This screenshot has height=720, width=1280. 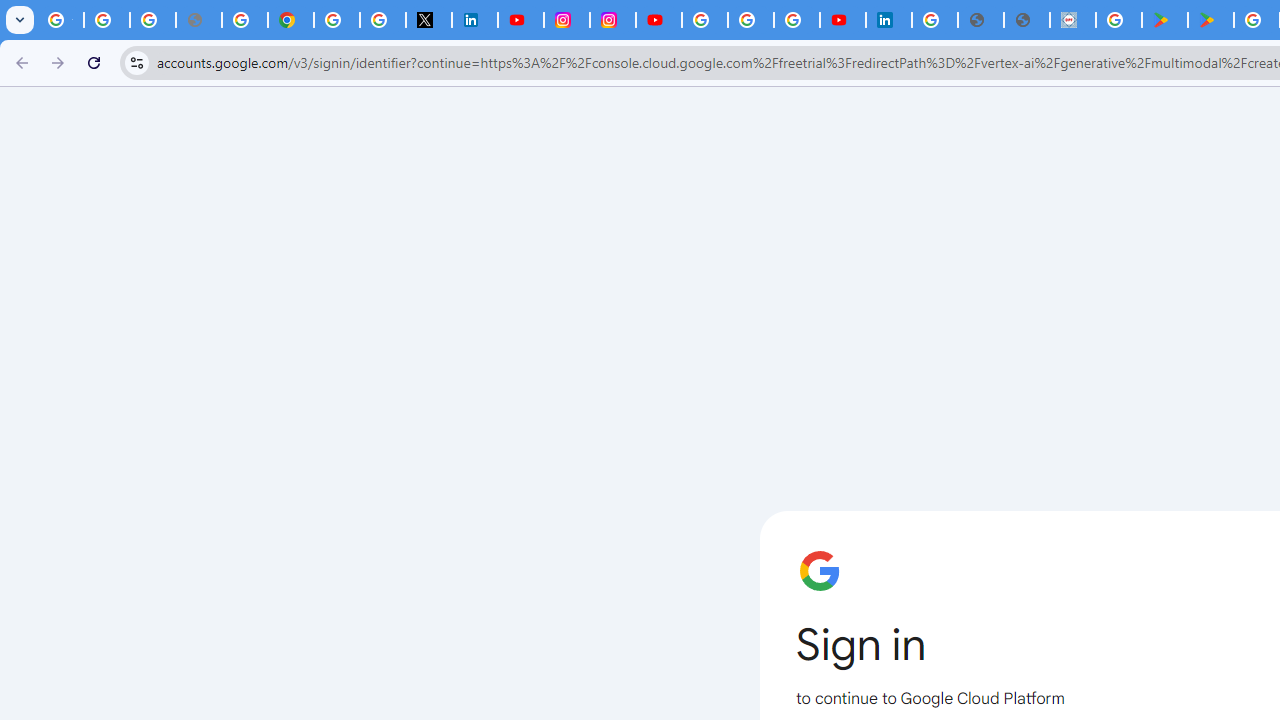 I want to click on 'Data Privacy Framework', so click(x=1071, y=20).